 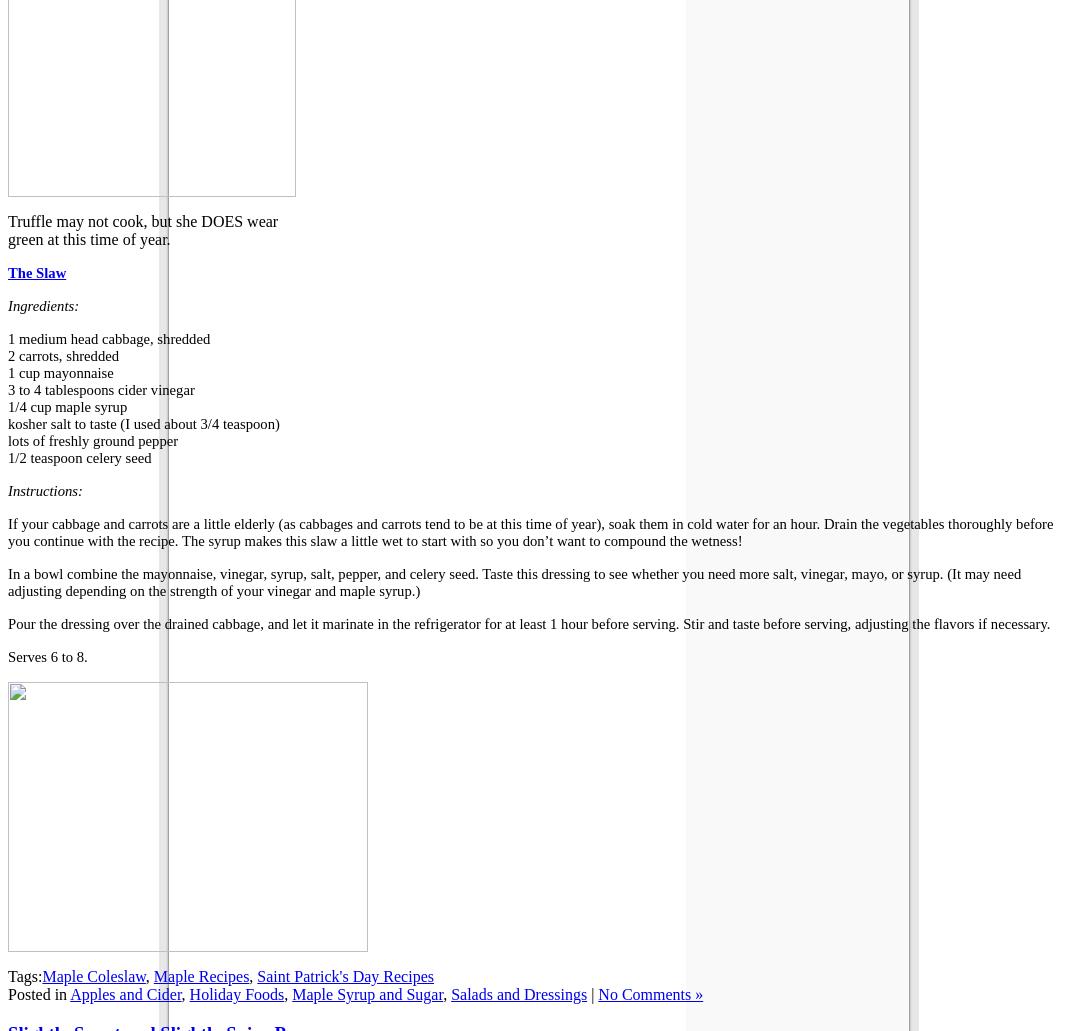 I want to click on '3 to 4 tablespoons cider vinegar', so click(x=6, y=389).